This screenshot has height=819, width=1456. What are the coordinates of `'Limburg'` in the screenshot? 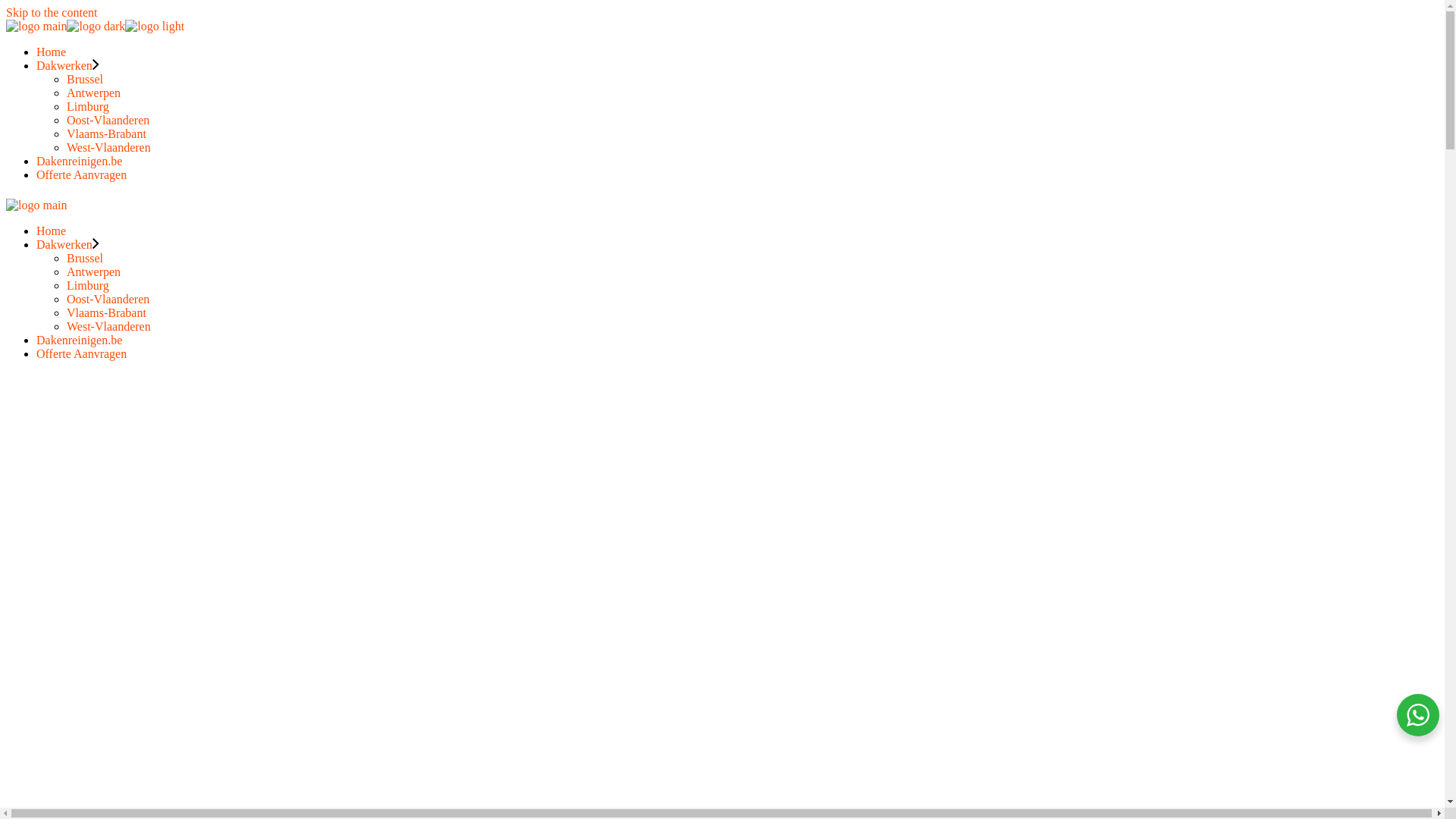 It's located at (86, 285).